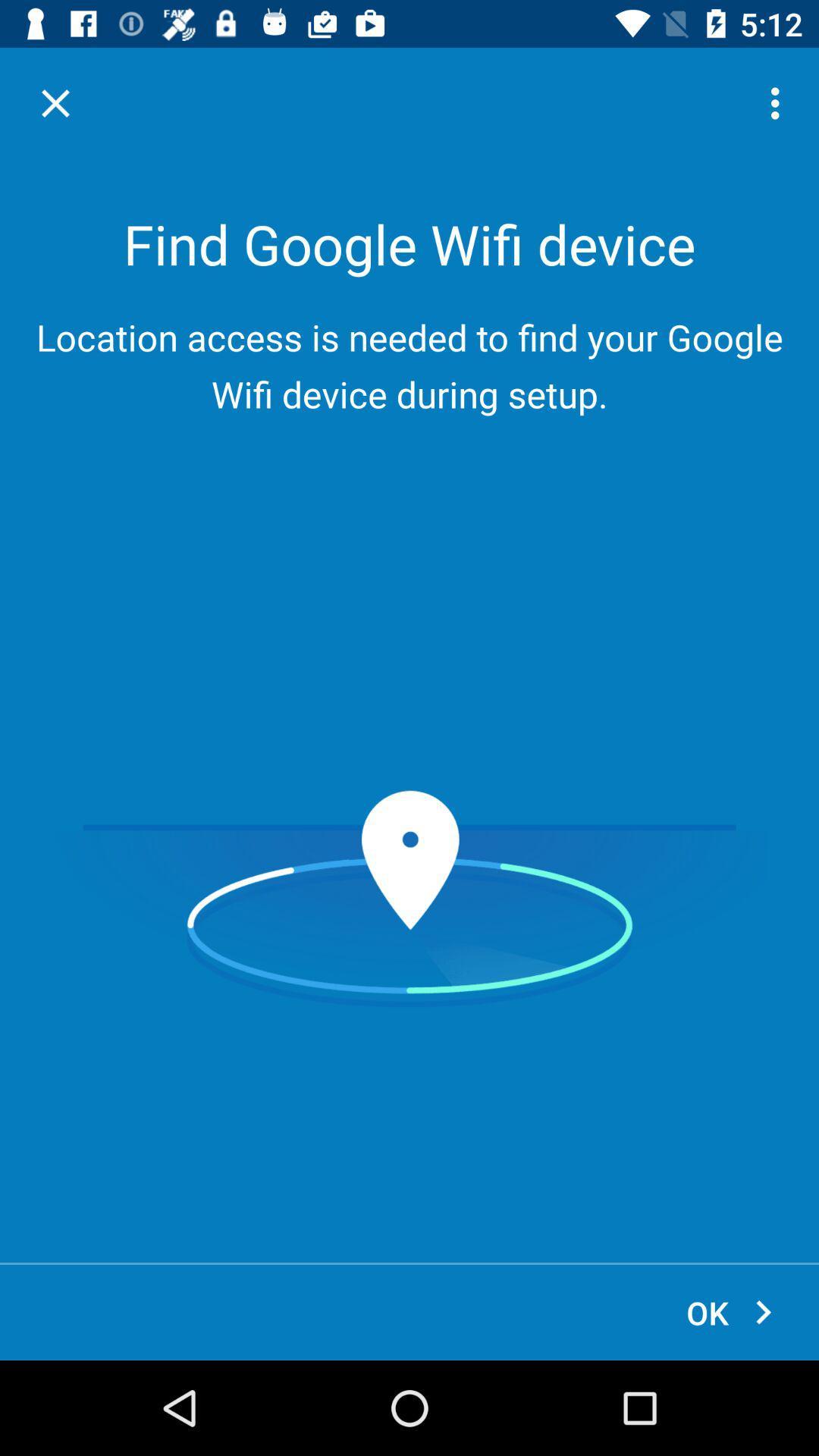 The width and height of the screenshot is (819, 1456). Describe the element at coordinates (779, 102) in the screenshot. I see `the icon above the location access is icon` at that location.